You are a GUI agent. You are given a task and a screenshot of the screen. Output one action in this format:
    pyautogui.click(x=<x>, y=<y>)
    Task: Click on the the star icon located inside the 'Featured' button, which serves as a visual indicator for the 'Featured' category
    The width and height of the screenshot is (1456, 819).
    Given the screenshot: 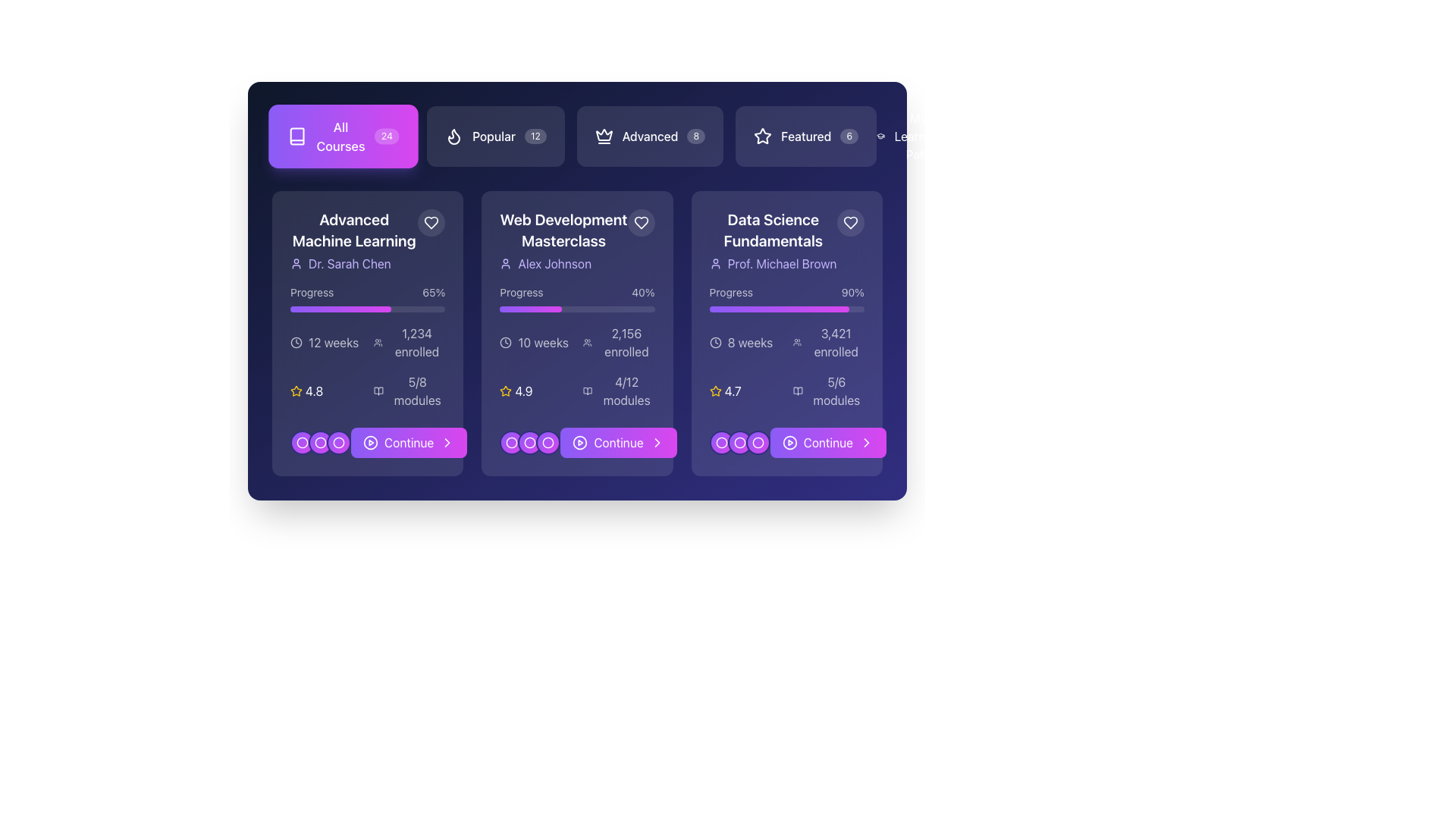 What is the action you would take?
    pyautogui.click(x=763, y=135)
    